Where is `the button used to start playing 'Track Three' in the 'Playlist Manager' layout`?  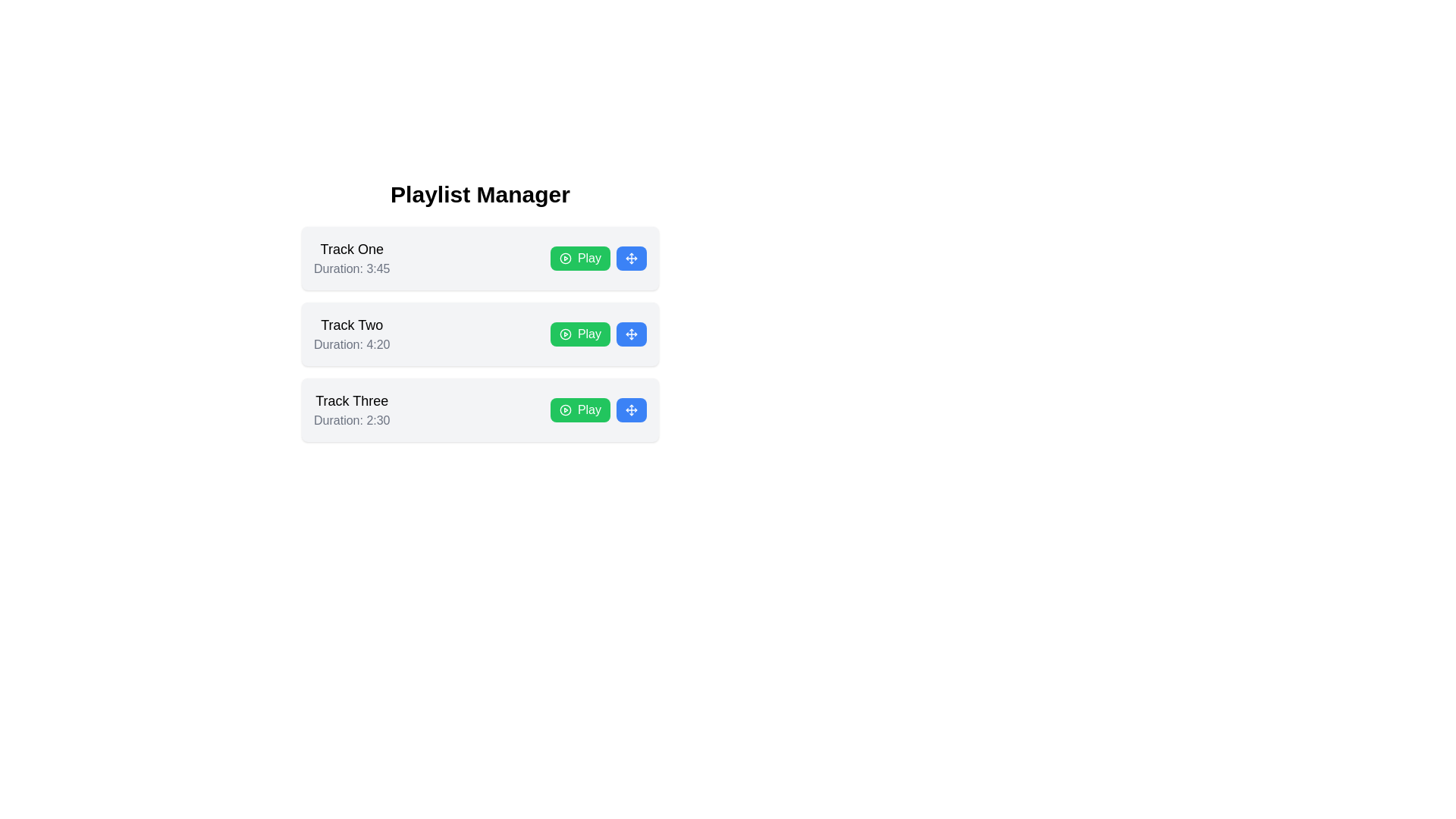
the button used to start playing 'Track Three' in the 'Playlist Manager' layout is located at coordinates (579, 409).